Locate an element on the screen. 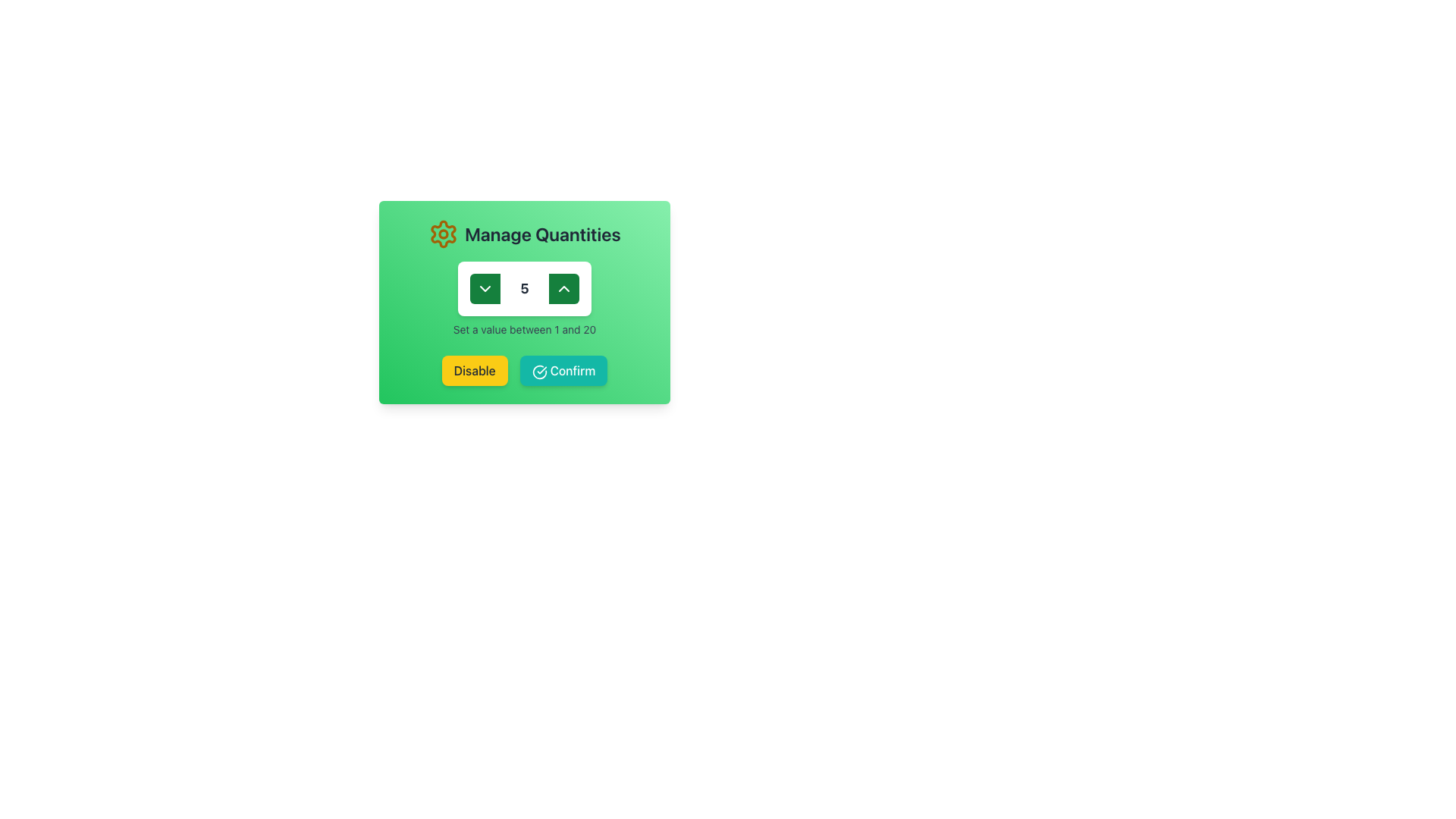 This screenshot has height=819, width=1456. the decrement button on the interactive modal to decrease the quantity value is located at coordinates (524, 302).